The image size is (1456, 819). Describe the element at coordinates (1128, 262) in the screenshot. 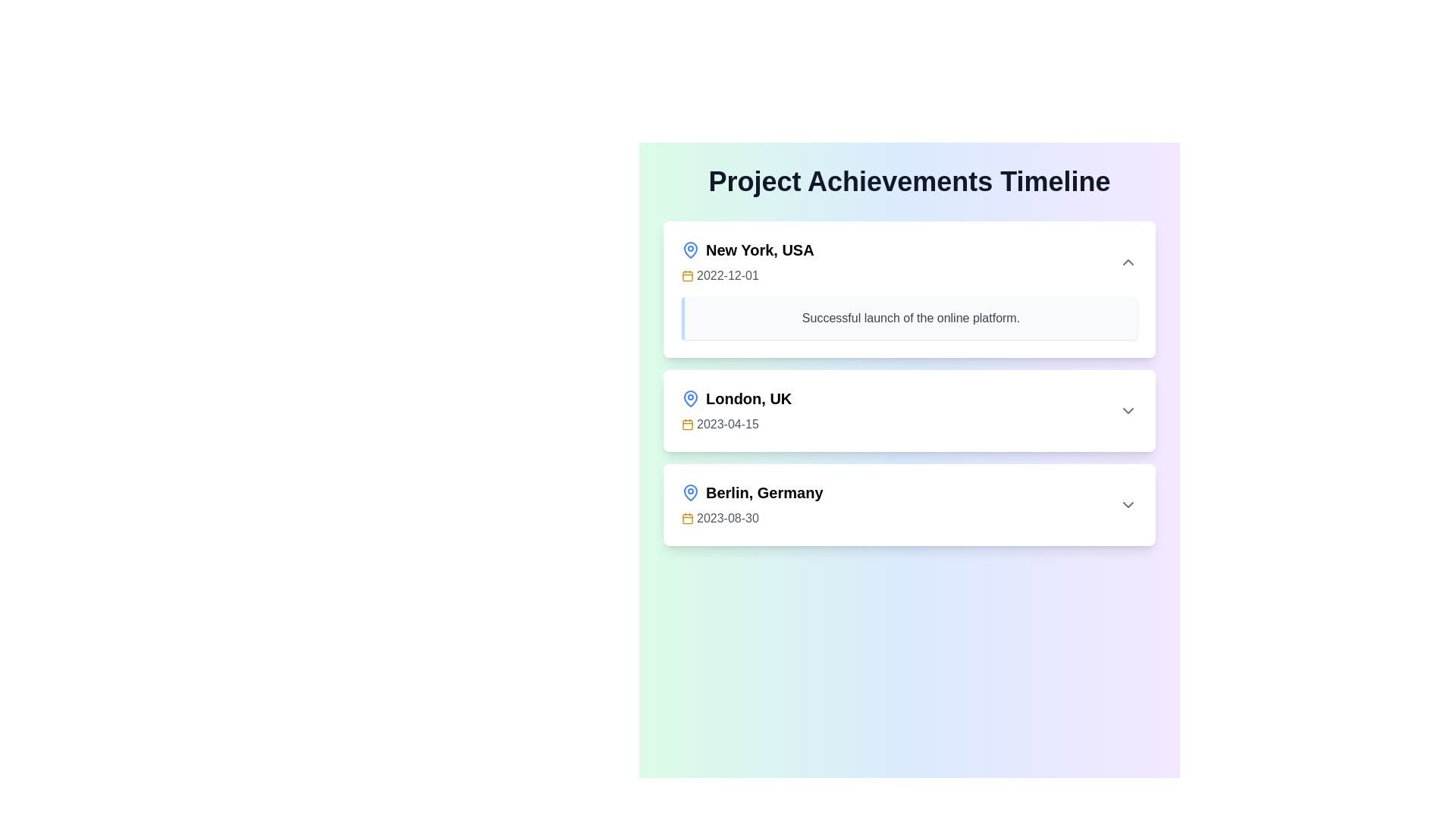

I see `the toggle button located in the uppermost section of the list, specifically in the right corner corresponding to the 'New York, USA' entry to change its color` at that location.